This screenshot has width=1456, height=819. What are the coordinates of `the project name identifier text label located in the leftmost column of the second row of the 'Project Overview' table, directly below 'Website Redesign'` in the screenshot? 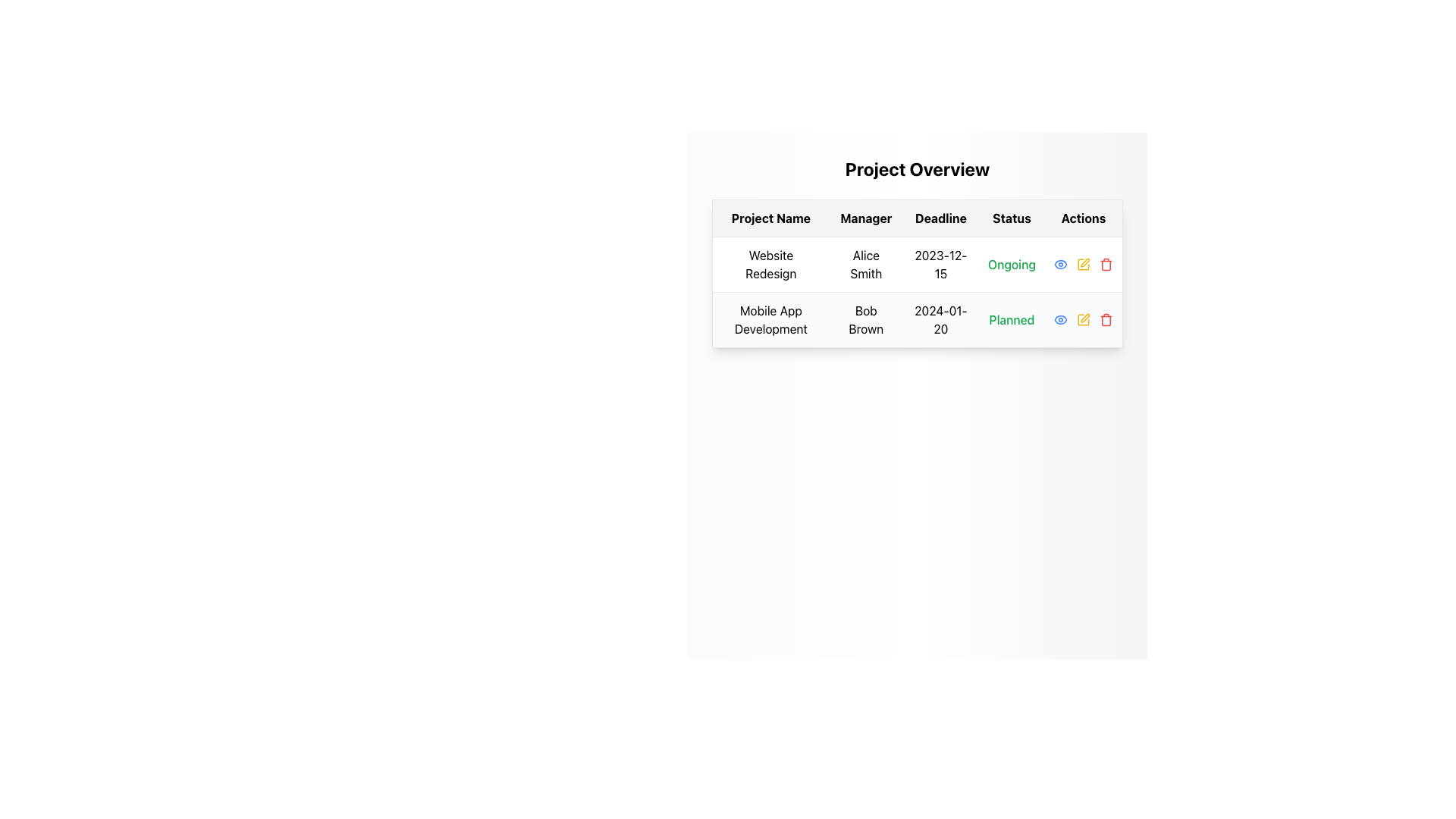 It's located at (770, 318).